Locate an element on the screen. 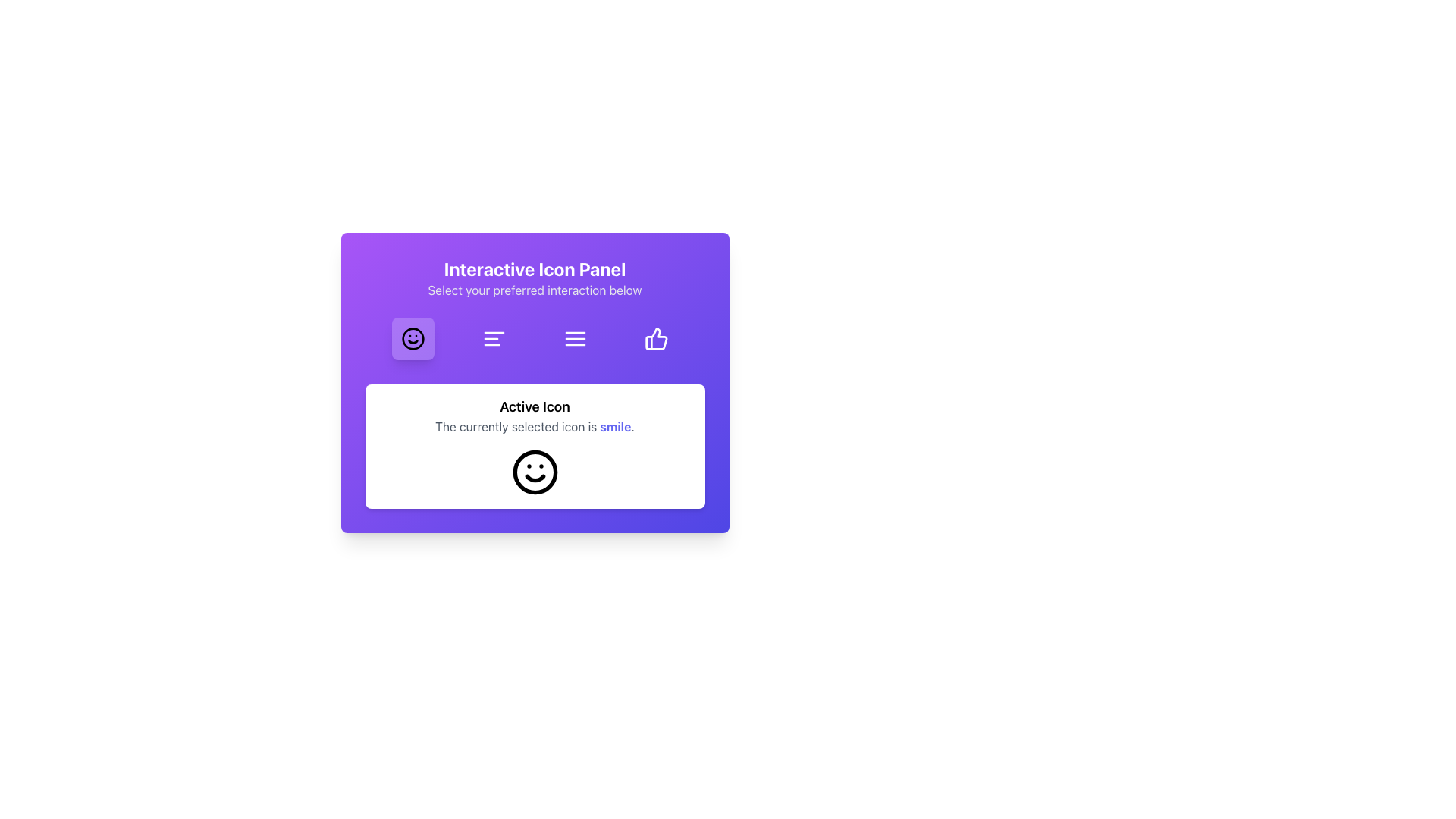  the main outline Circle SVG element of the smiley face icon, which is centrally positioned below the 'Active Icon' text is located at coordinates (535, 472).